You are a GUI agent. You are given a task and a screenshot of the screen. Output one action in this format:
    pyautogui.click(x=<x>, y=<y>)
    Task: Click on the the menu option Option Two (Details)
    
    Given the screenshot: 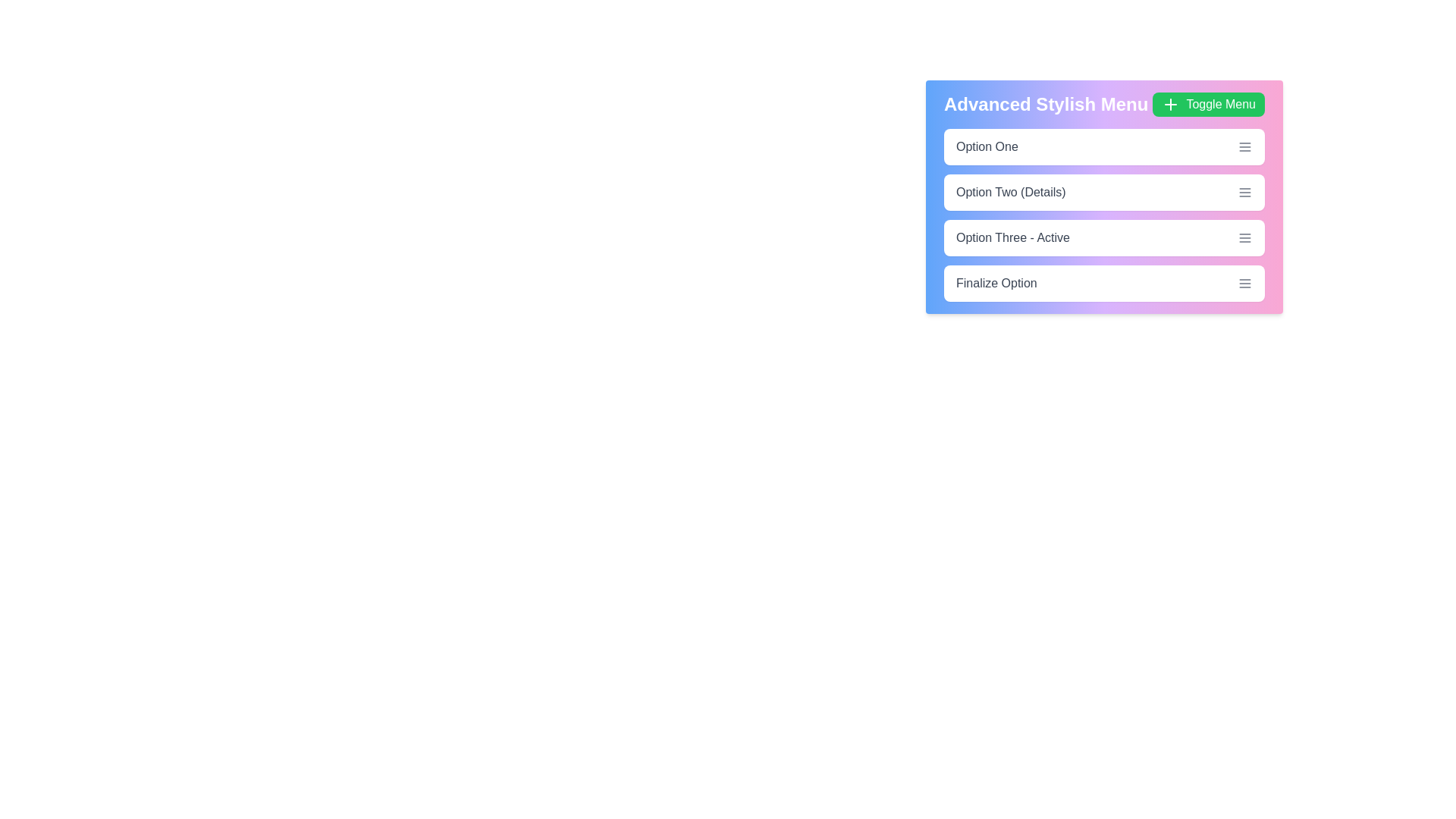 What is the action you would take?
    pyautogui.click(x=1104, y=192)
    